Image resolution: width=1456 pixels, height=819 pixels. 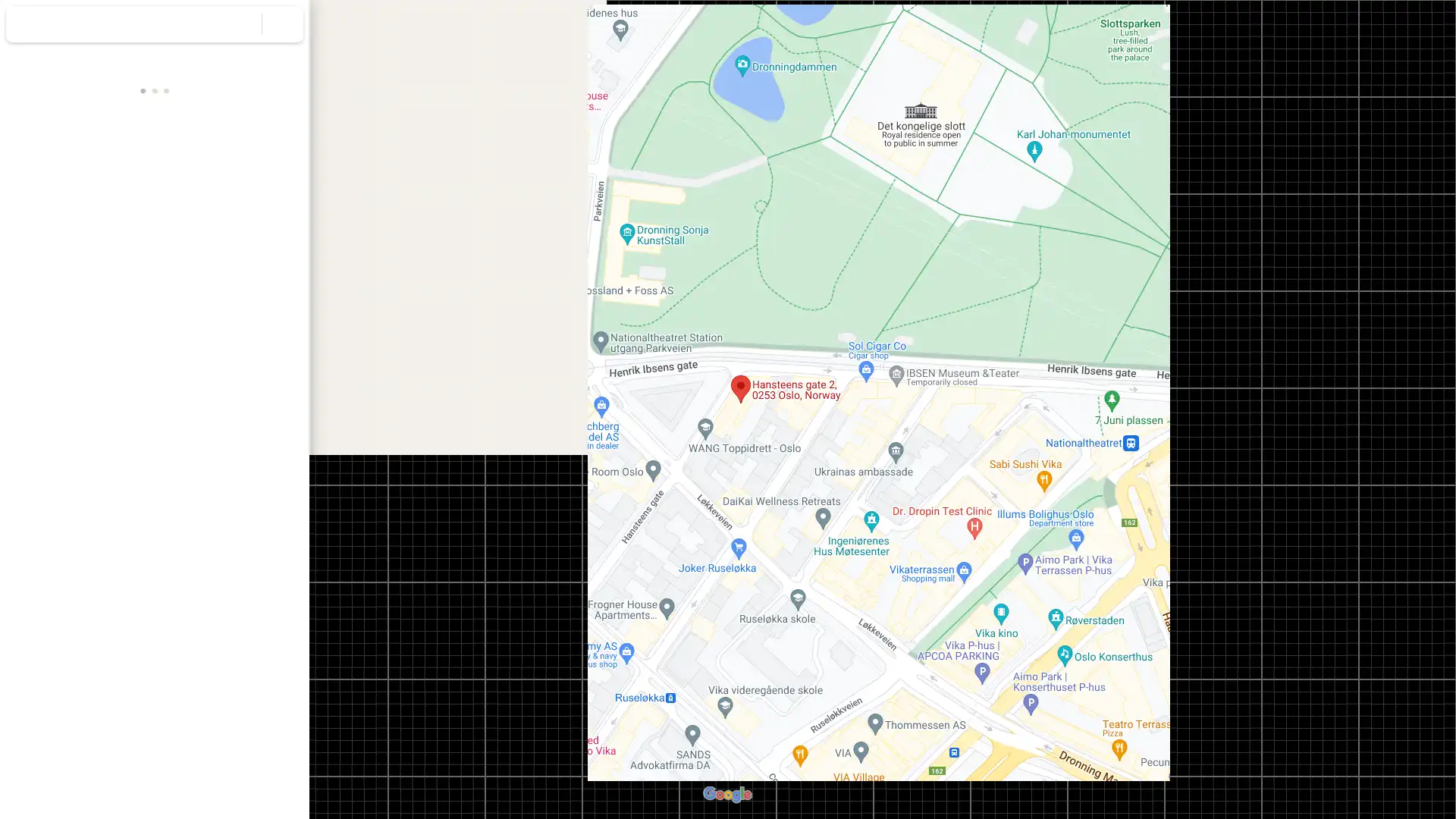 What do you see at coordinates (27, 26) in the screenshot?
I see `Menu` at bounding box center [27, 26].